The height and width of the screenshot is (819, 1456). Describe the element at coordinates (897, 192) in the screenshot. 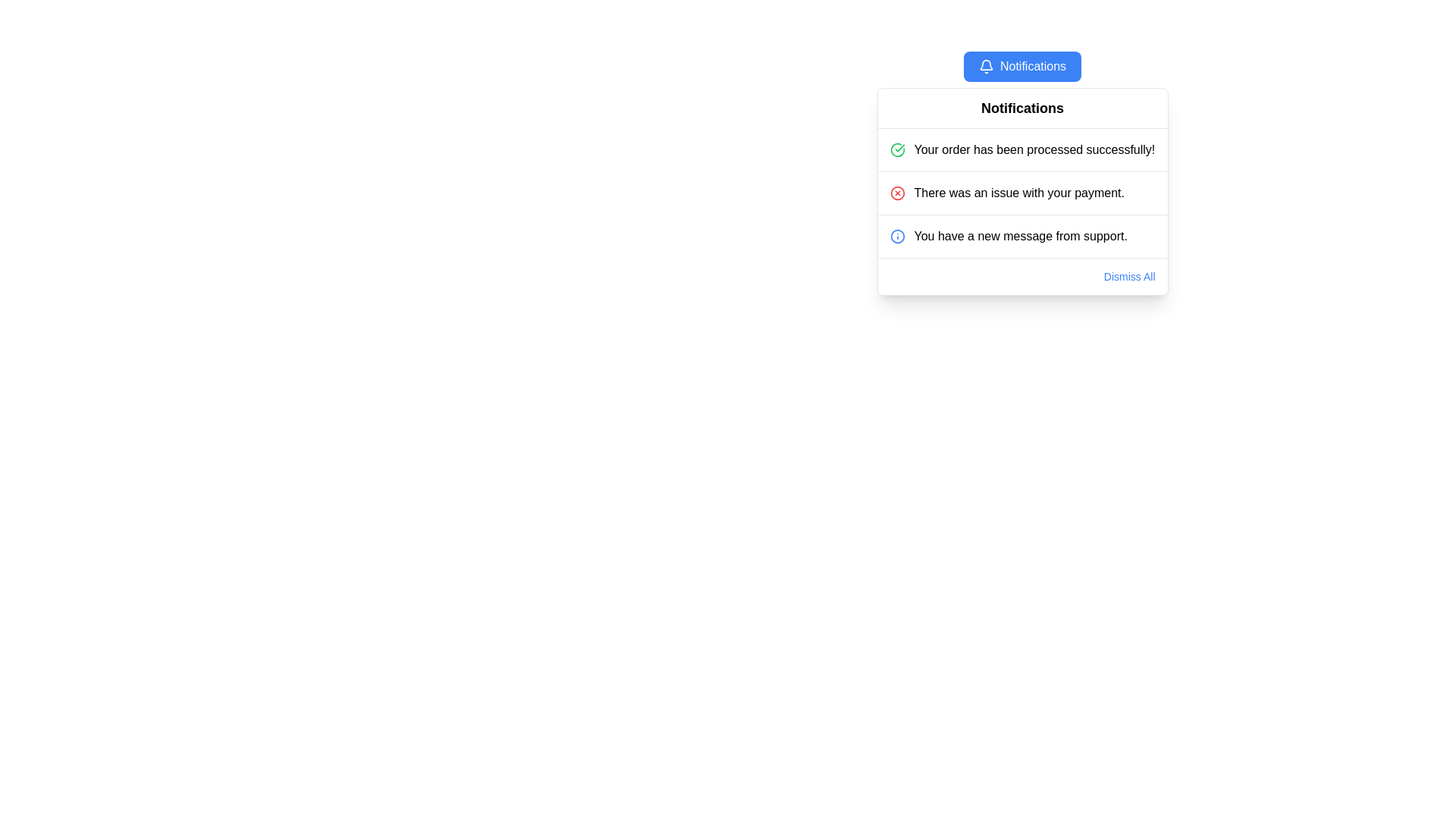

I see `the error notification icon indicating a payment problem, located to the left of the text 'There was an issue with your payment.'` at that location.